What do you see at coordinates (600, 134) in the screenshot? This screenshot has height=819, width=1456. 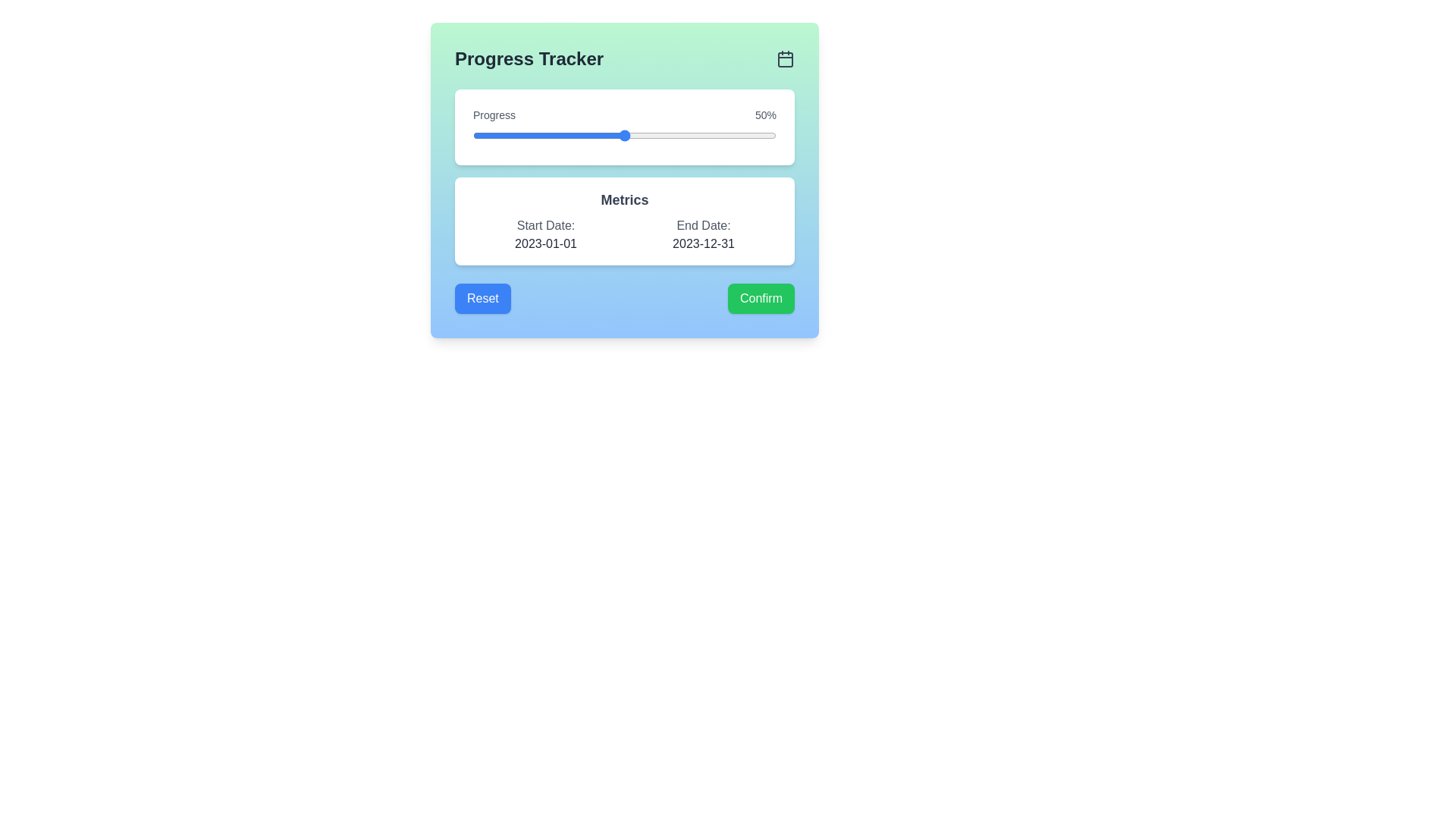 I see `the progress` at bounding box center [600, 134].